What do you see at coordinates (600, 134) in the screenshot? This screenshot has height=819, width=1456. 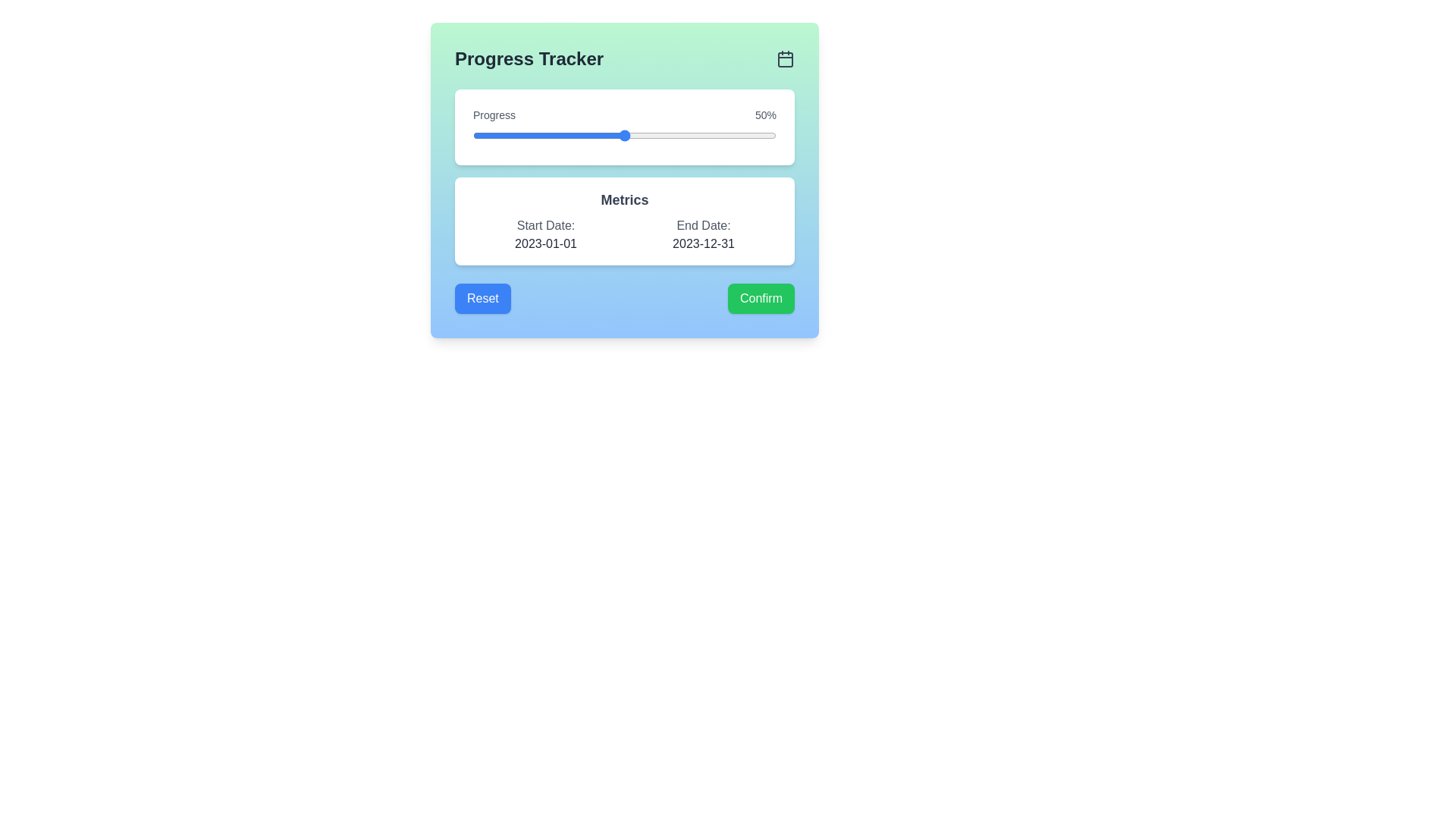 I see `the progress` at bounding box center [600, 134].